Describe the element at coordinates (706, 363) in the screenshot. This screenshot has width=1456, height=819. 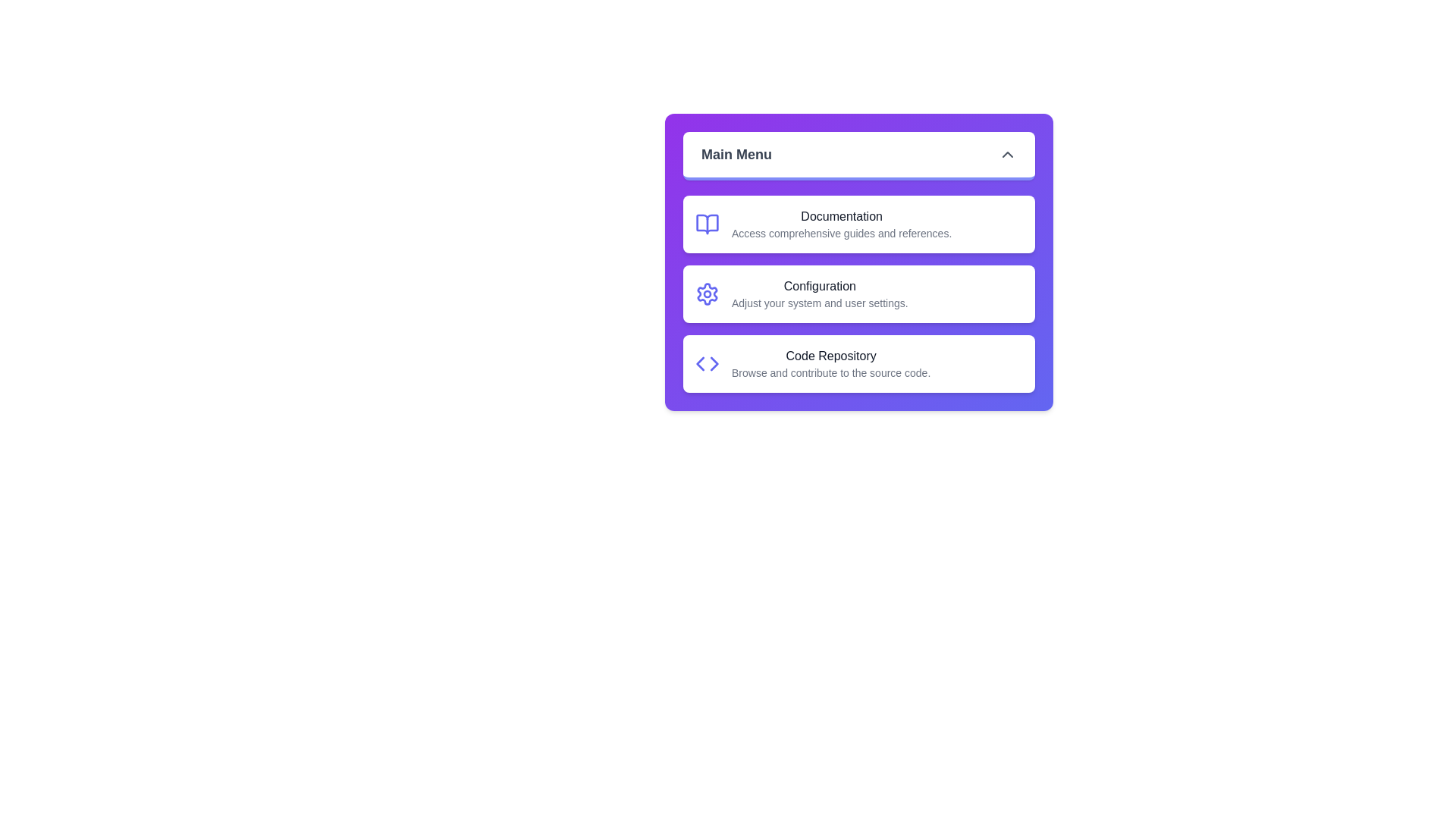
I see `the Code Repository icon to interact with it` at that location.